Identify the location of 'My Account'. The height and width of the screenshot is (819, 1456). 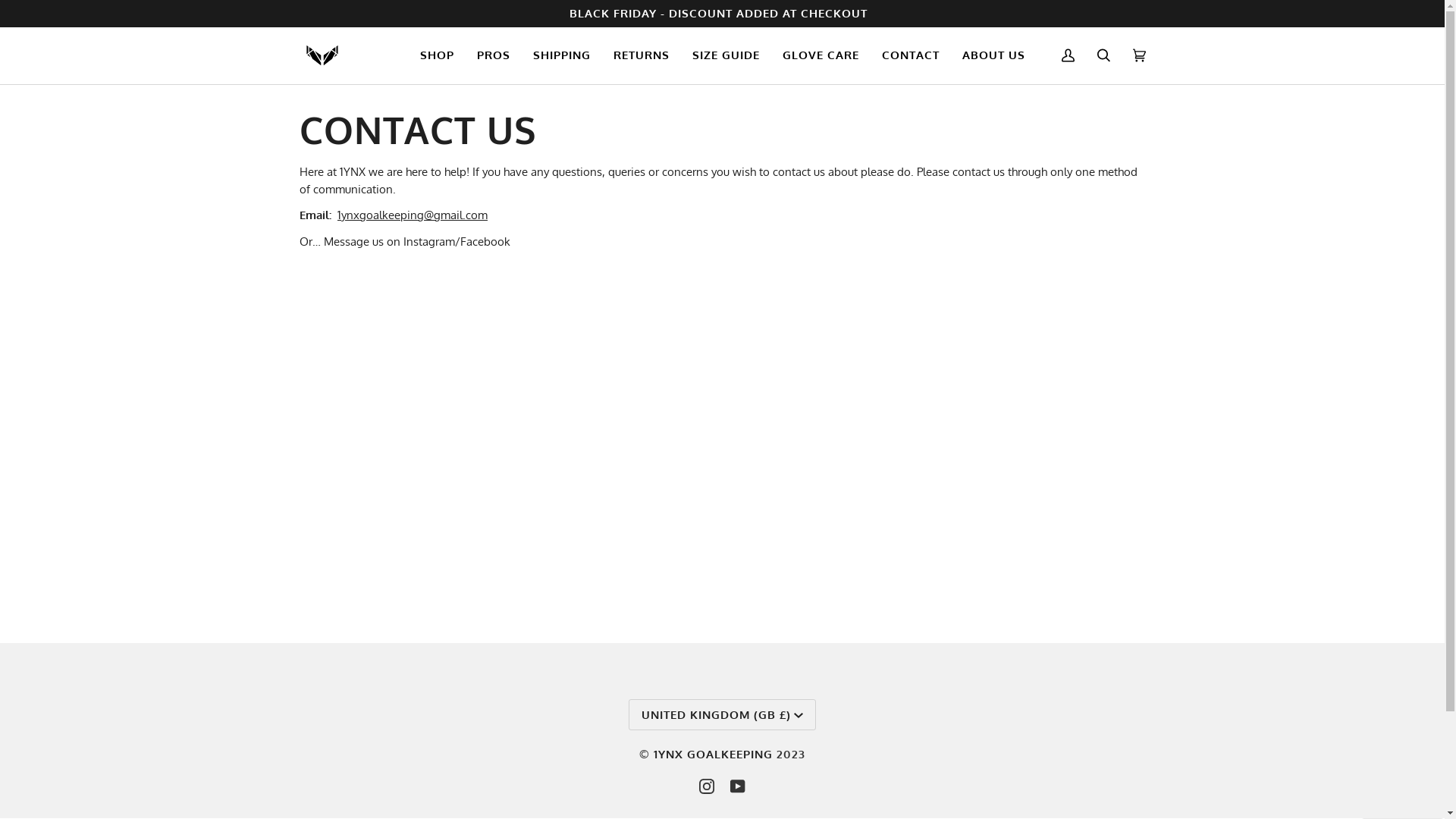
(1066, 55).